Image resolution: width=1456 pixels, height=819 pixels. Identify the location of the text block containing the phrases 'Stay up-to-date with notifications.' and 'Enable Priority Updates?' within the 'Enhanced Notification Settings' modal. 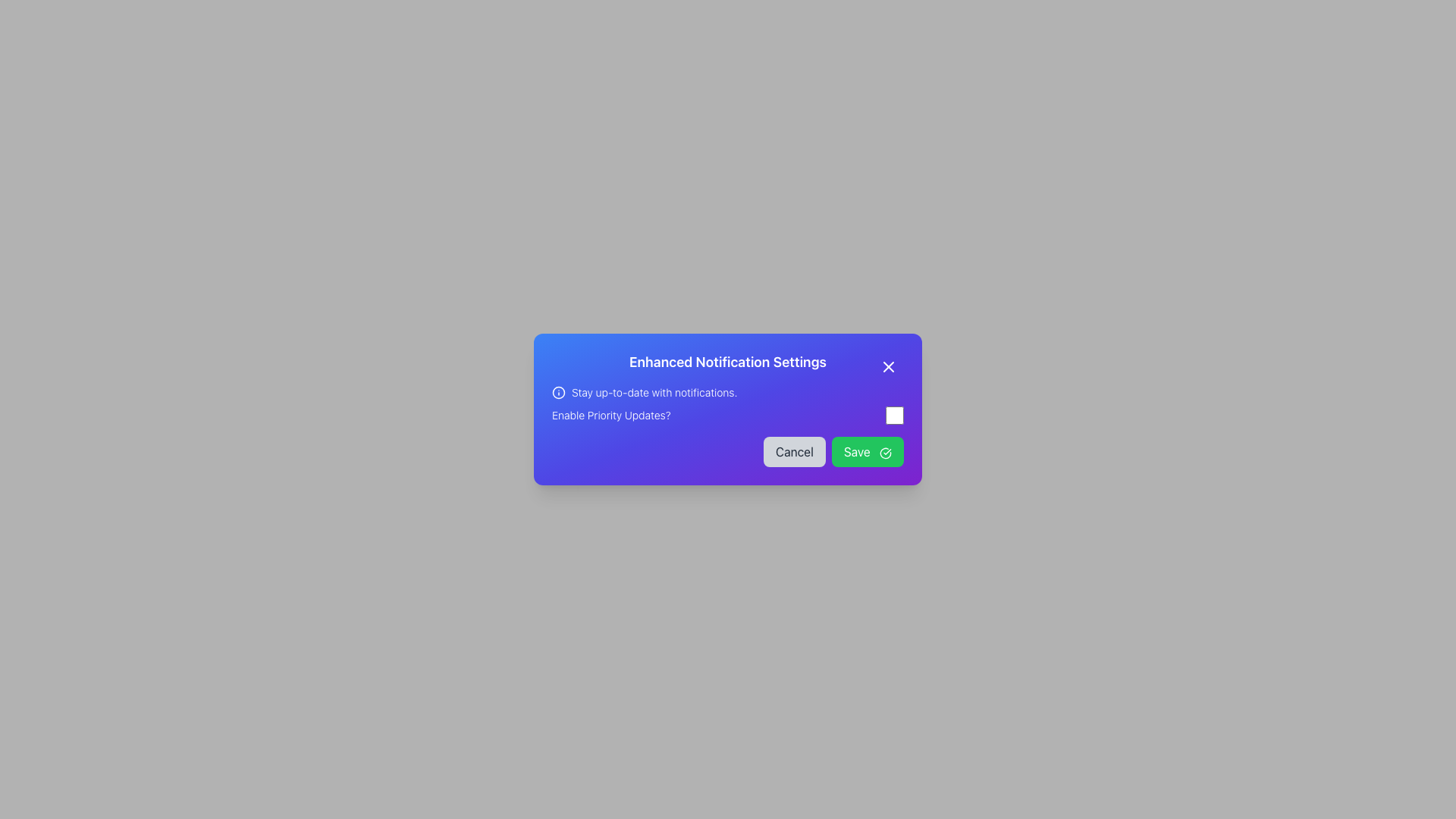
(728, 403).